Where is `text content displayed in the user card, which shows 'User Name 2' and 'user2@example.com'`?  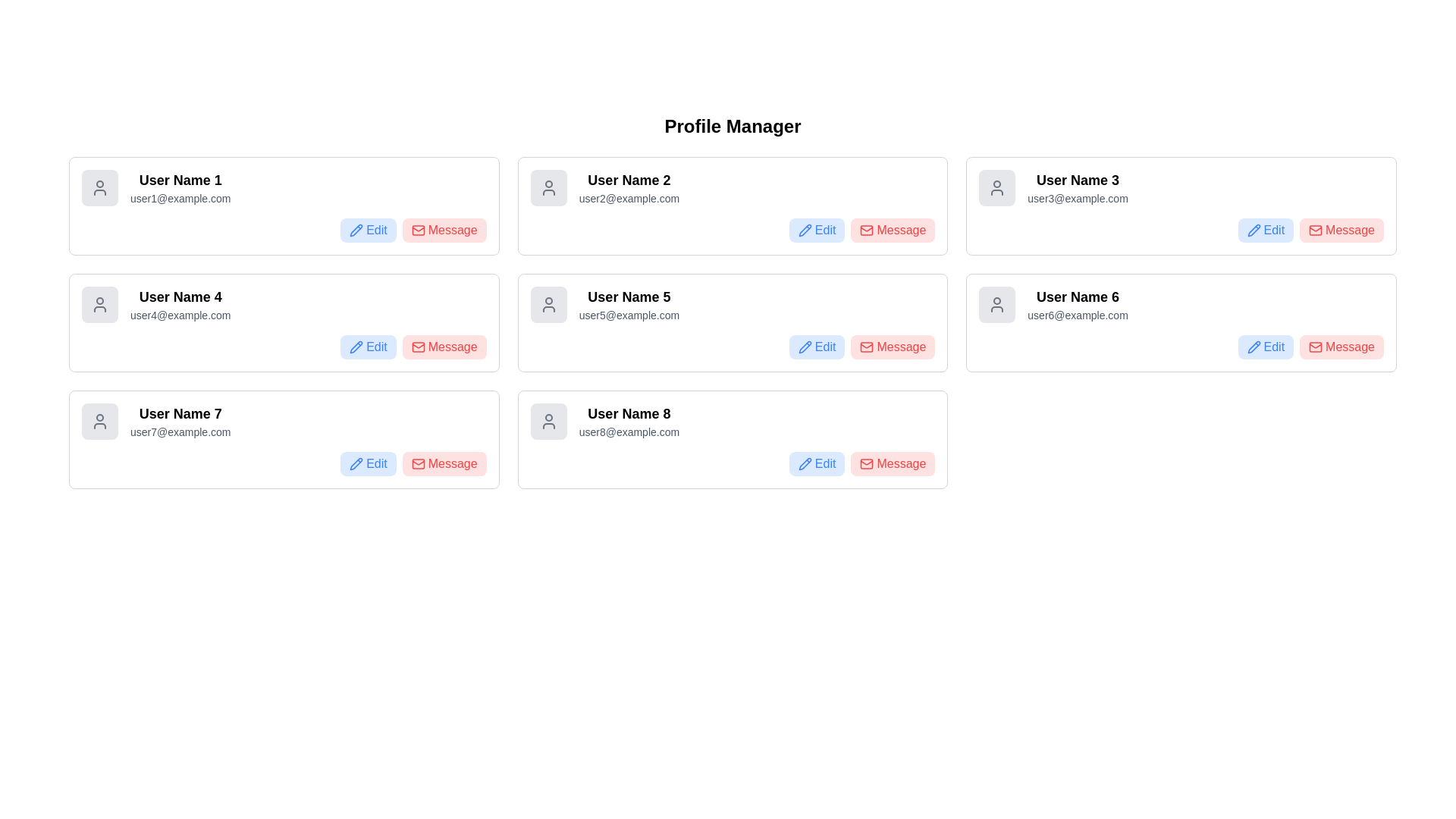
text content displayed in the user card, which shows 'User Name 2' and 'user2@example.com' is located at coordinates (629, 187).